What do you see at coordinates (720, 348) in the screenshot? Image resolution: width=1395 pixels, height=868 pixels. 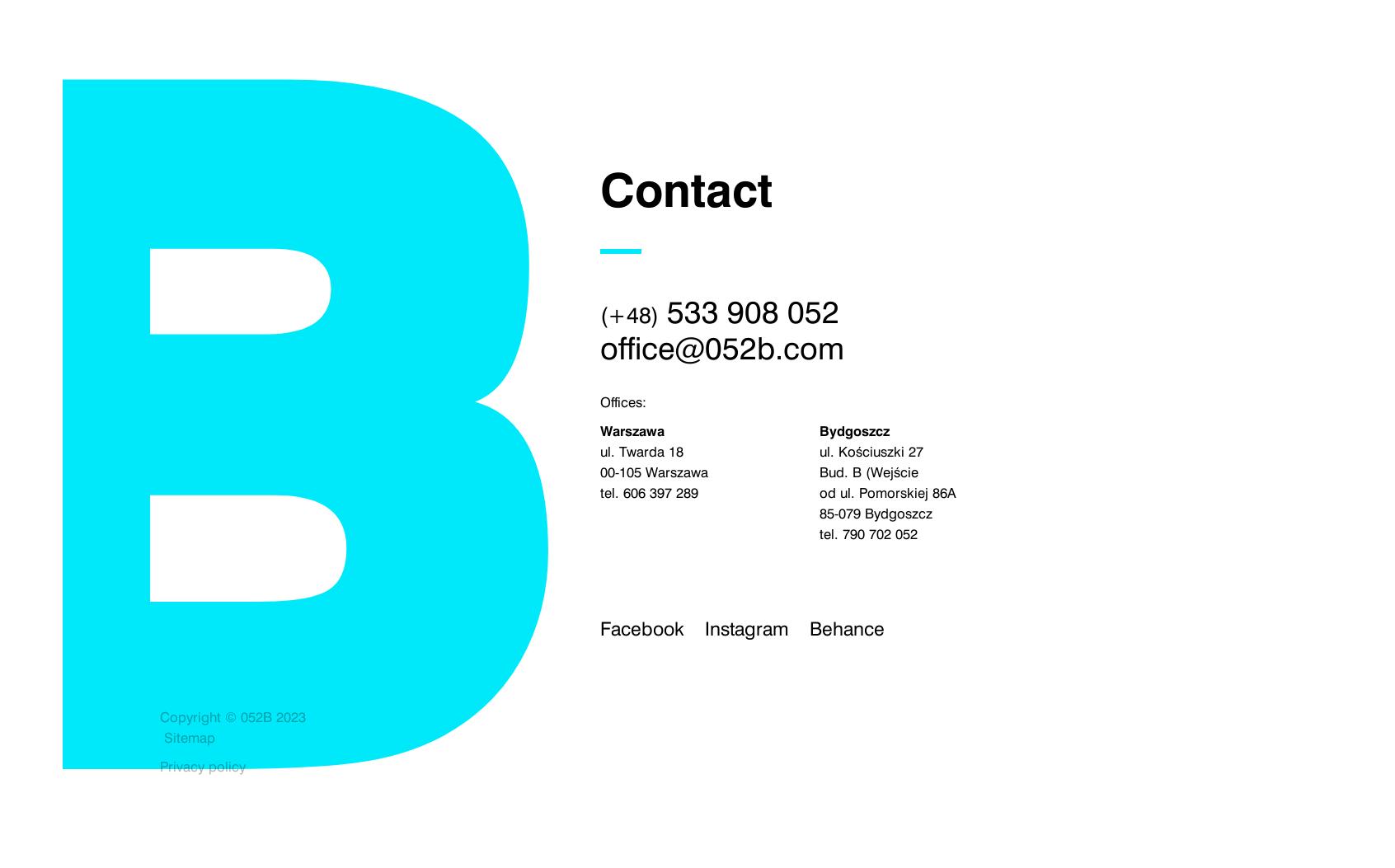 I see `'office@052b.com'` at bounding box center [720, 348].